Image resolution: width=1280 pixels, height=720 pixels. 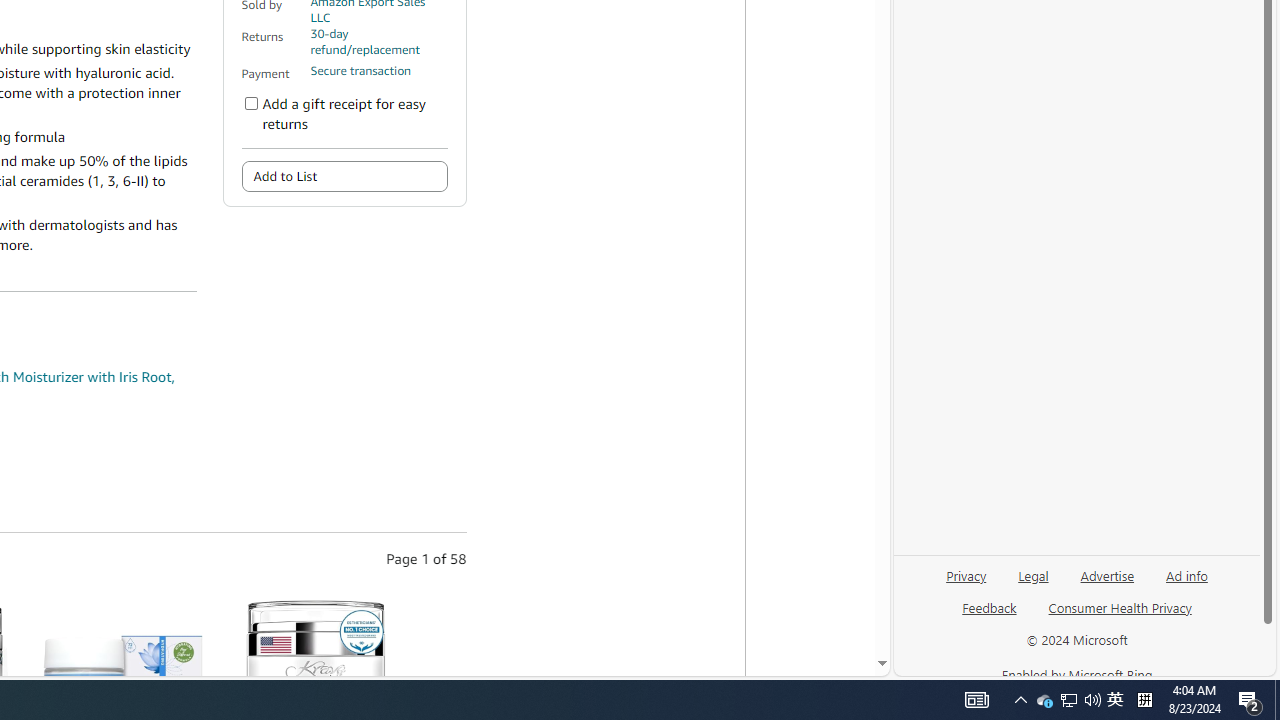 I want to click on 'Add to List', so click(x=344, y=175).